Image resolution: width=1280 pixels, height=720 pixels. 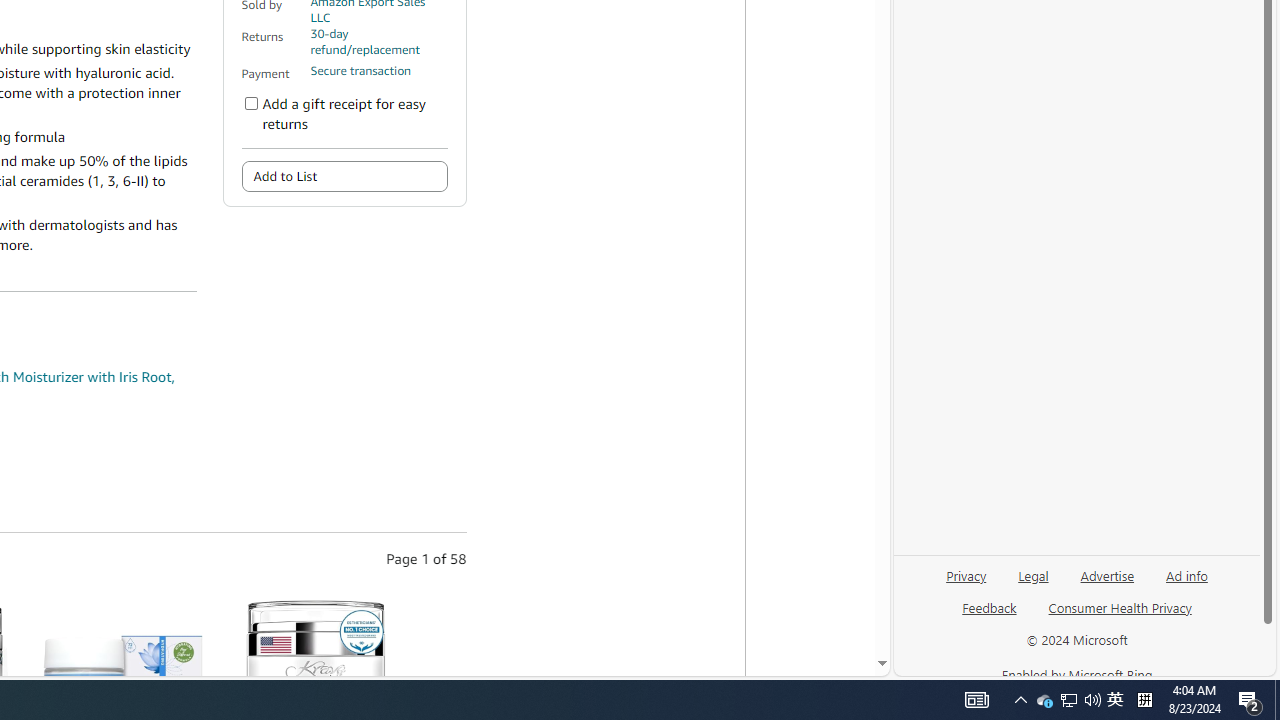 I want to click on 'Add to List', so click(x=344, y=175).